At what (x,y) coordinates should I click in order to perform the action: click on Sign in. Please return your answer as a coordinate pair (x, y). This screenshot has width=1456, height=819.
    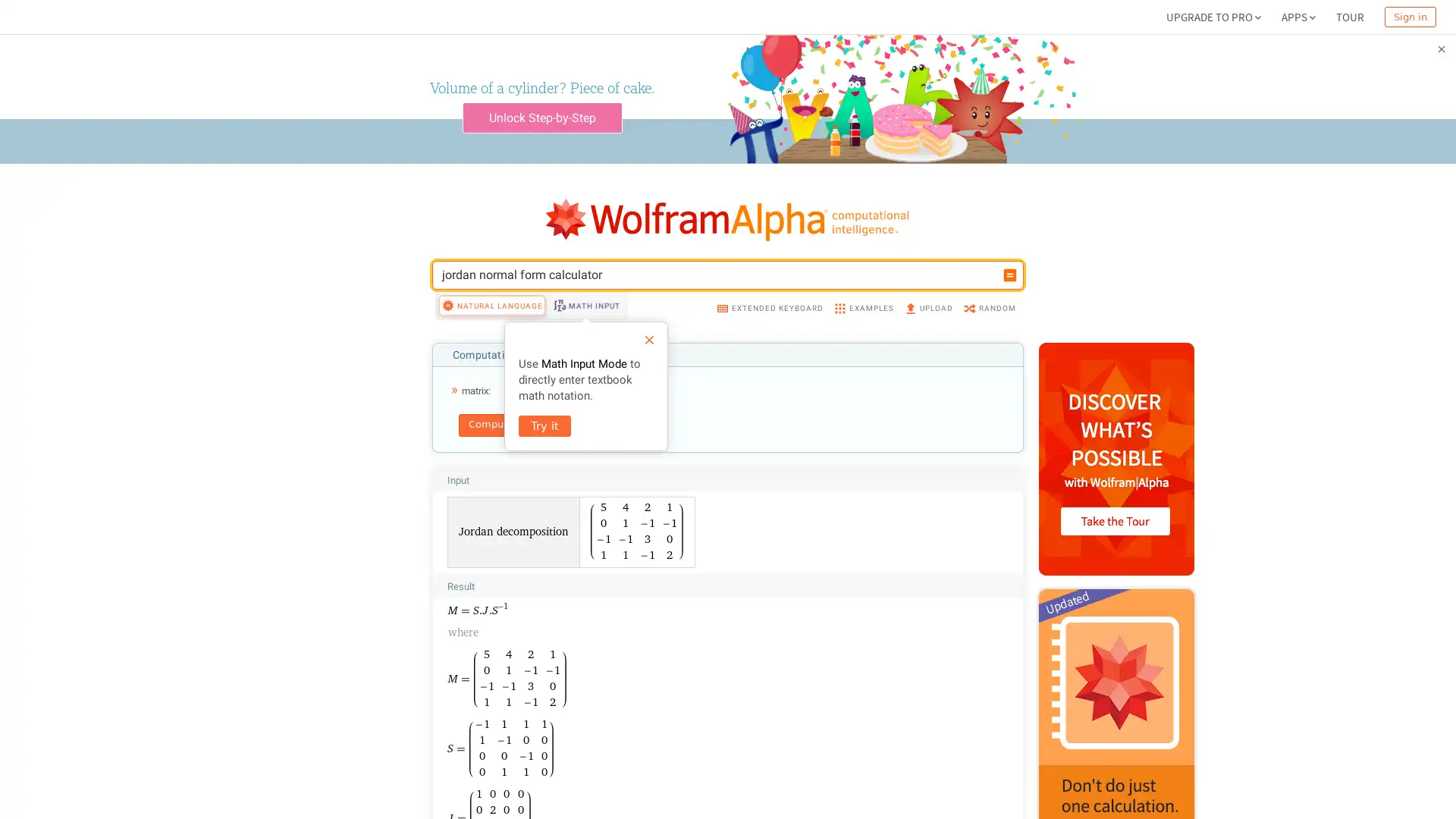
    Looking at the image, I should click on (1410, 17).